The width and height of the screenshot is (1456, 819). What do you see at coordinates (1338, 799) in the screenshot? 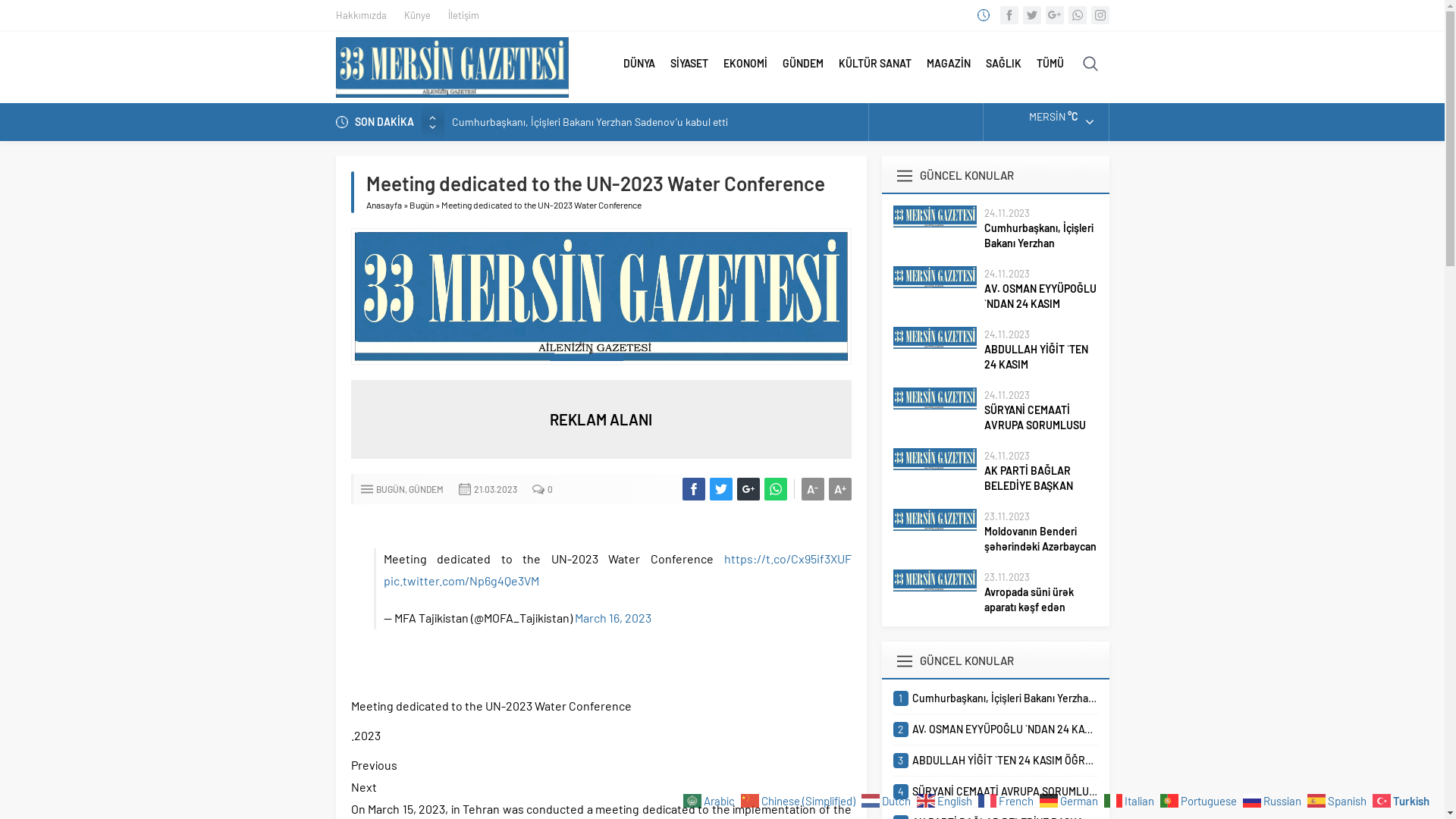
I see `'Spanish'` at bounding box center [1338, 799].